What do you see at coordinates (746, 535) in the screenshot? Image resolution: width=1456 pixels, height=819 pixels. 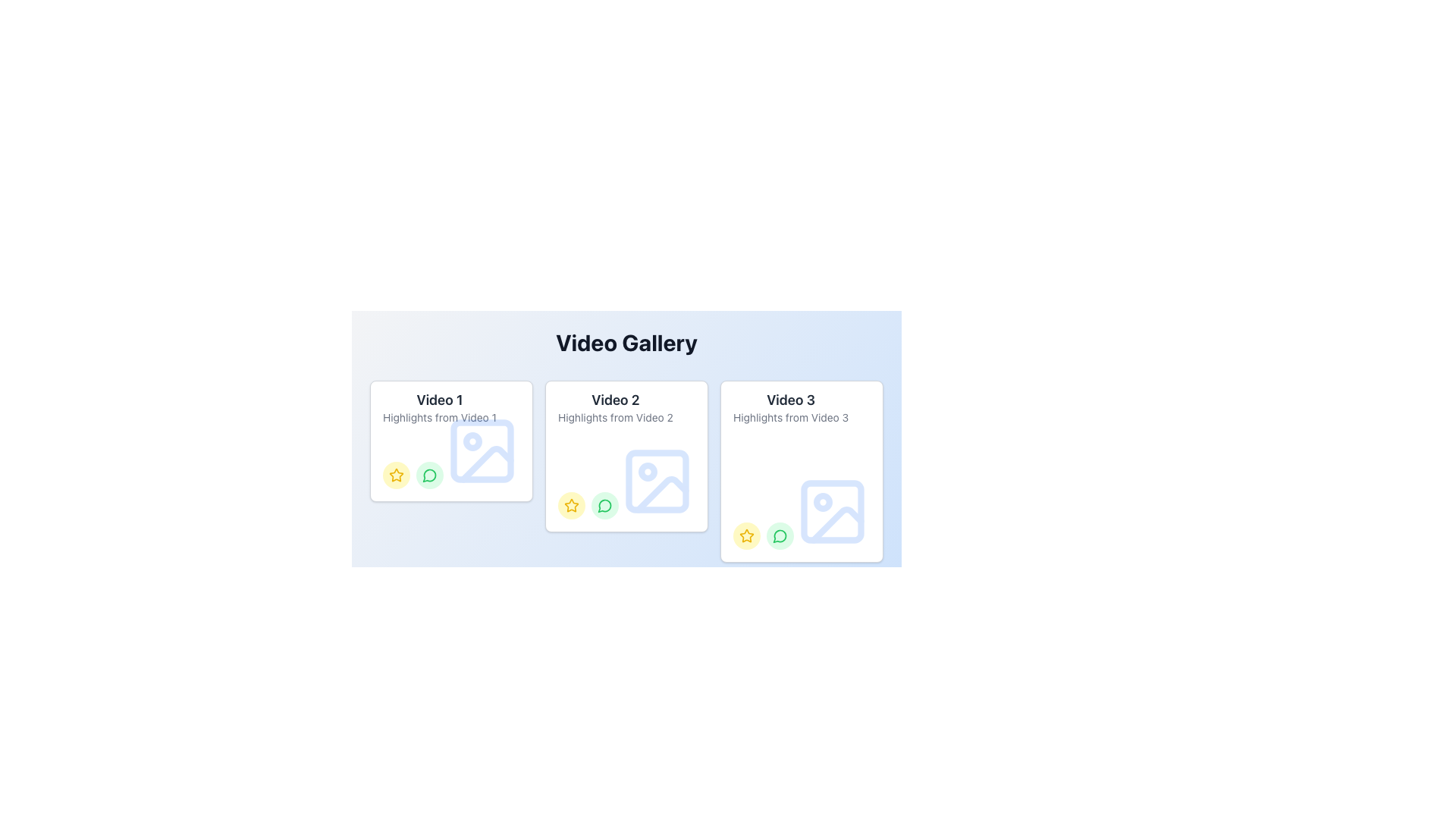 I see `the circular yellow button with a star icon located at the bottom-left corner of the 'Video 3' card in the 'Video Gallery' to mark the item as favorite` at bounding box center [746, 535].